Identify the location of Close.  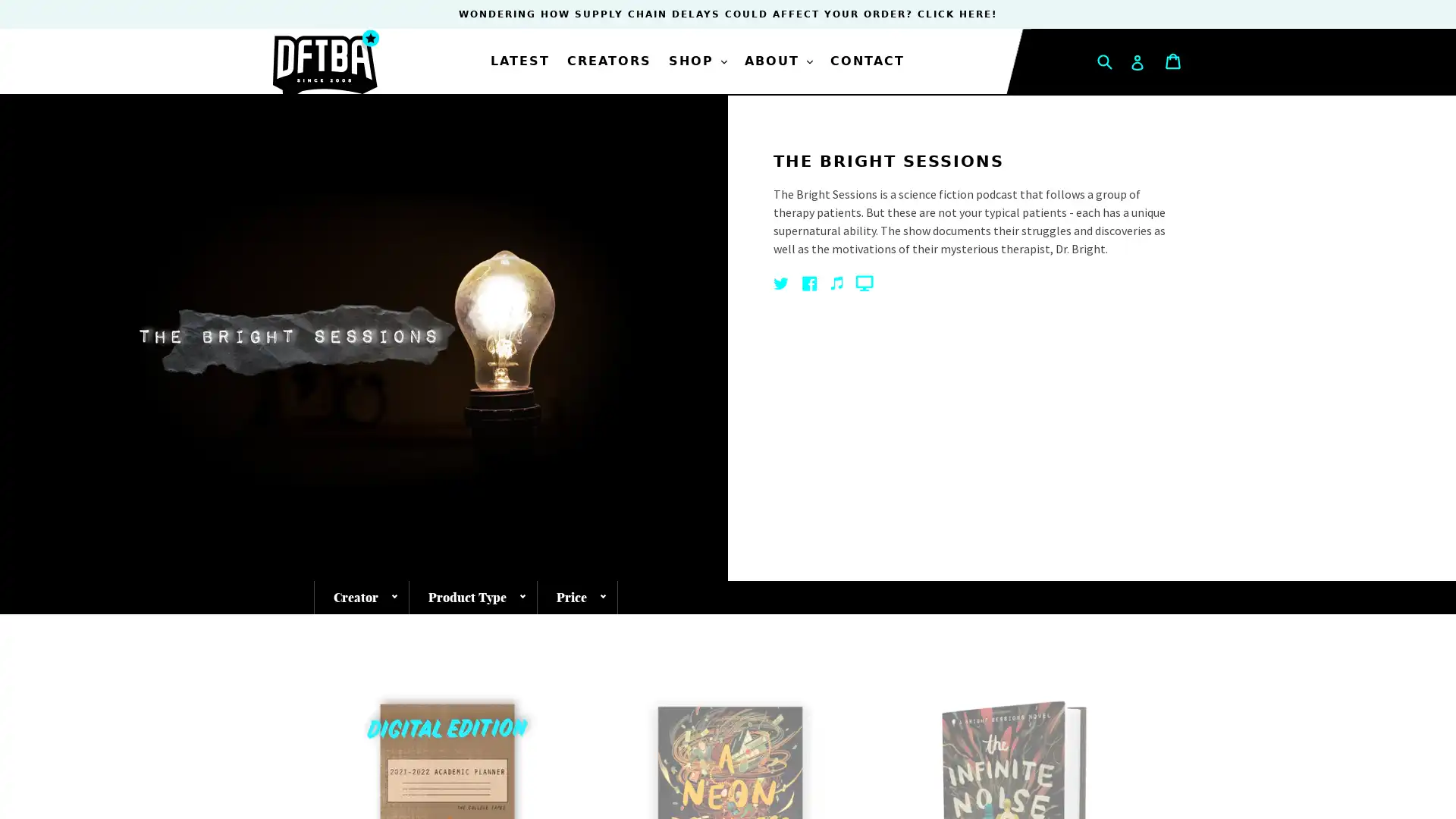
(949, 231).